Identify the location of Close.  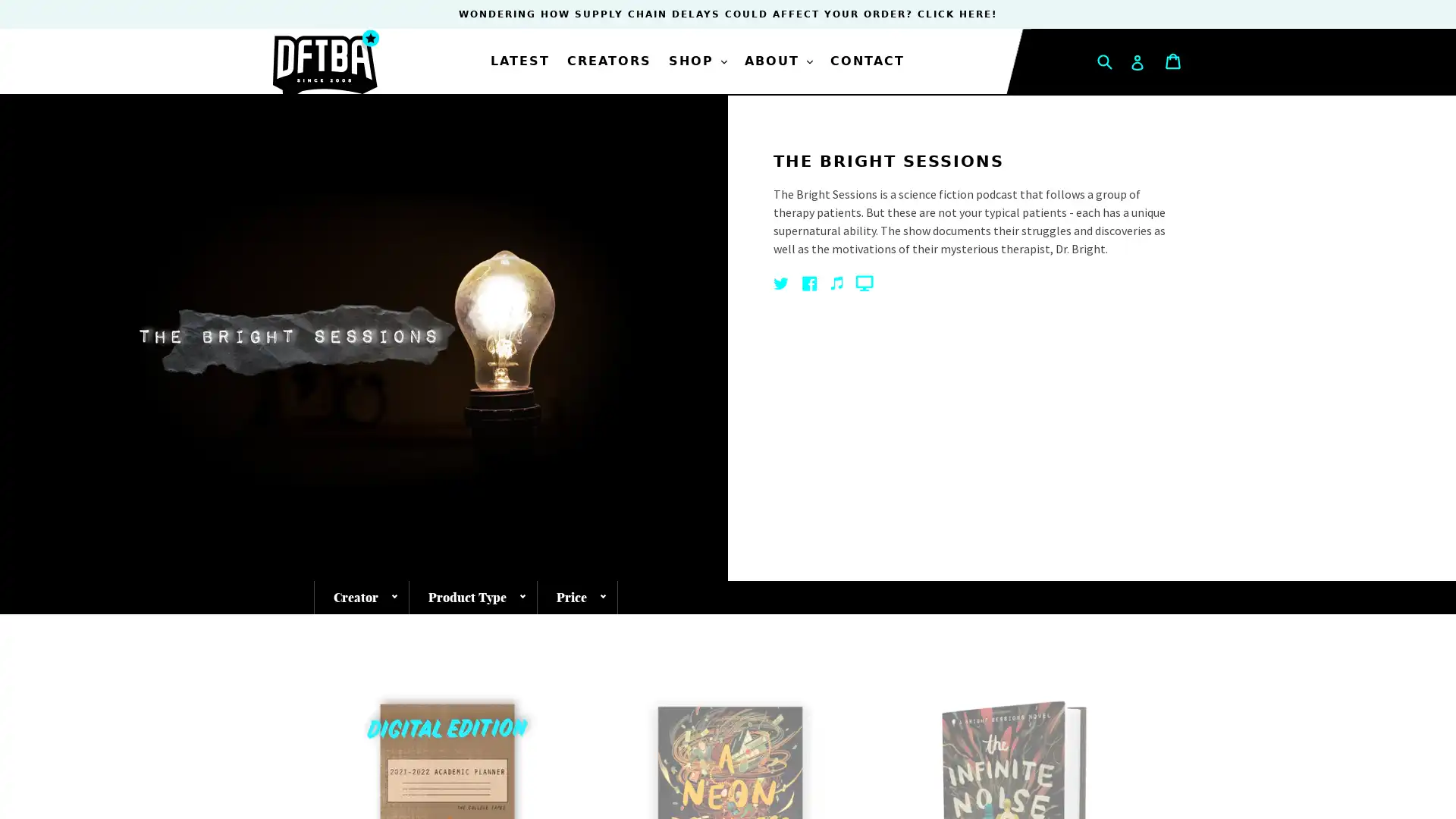
(949, 231).